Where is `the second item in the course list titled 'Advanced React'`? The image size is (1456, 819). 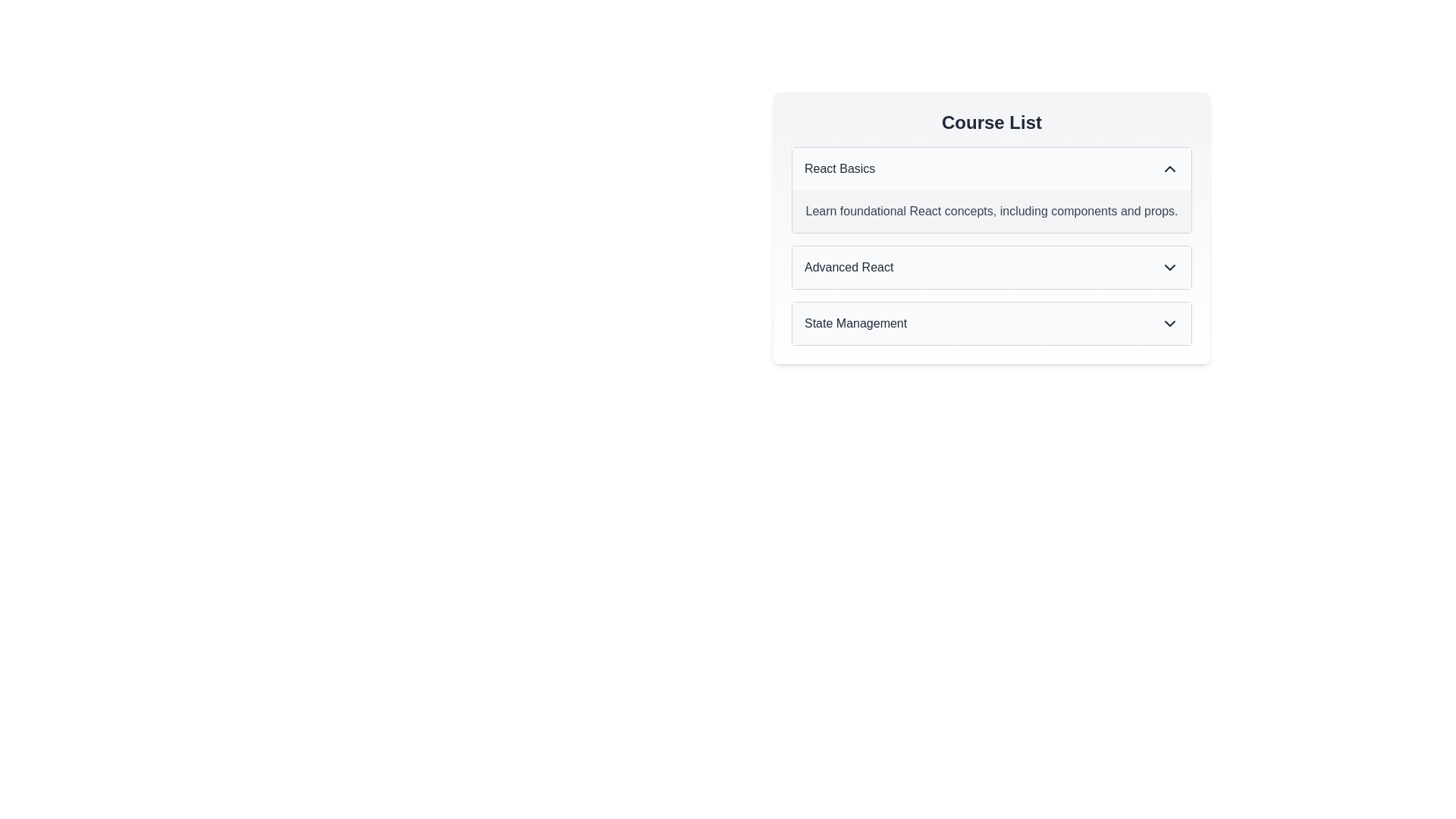
the second item in the course list titled 'Advanced React' is located at coordinates (992, 267).